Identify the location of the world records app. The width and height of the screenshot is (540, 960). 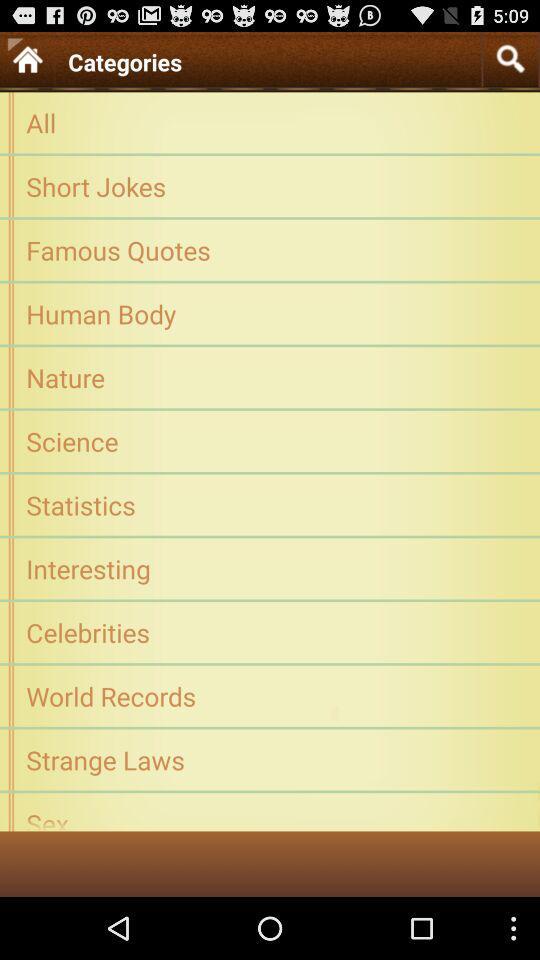
(270, 696).